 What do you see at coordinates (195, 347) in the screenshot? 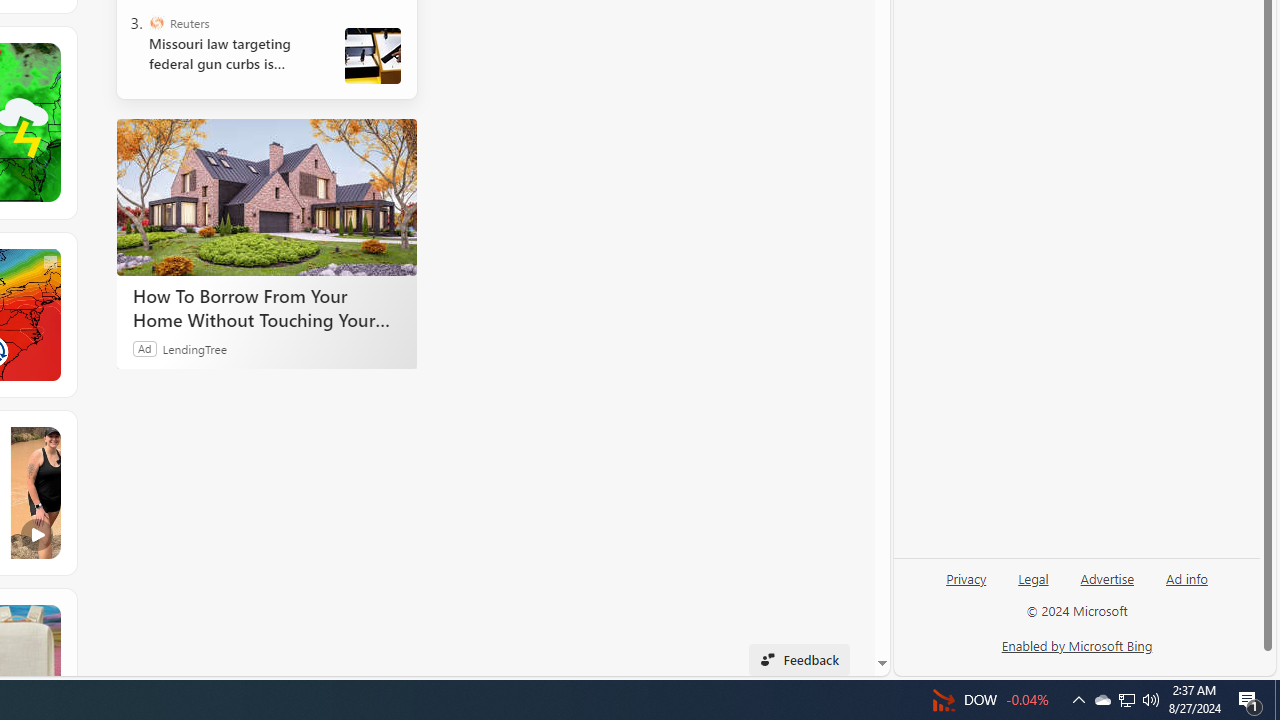
I see `'LendingTree'` at bounding box center [195, 347].